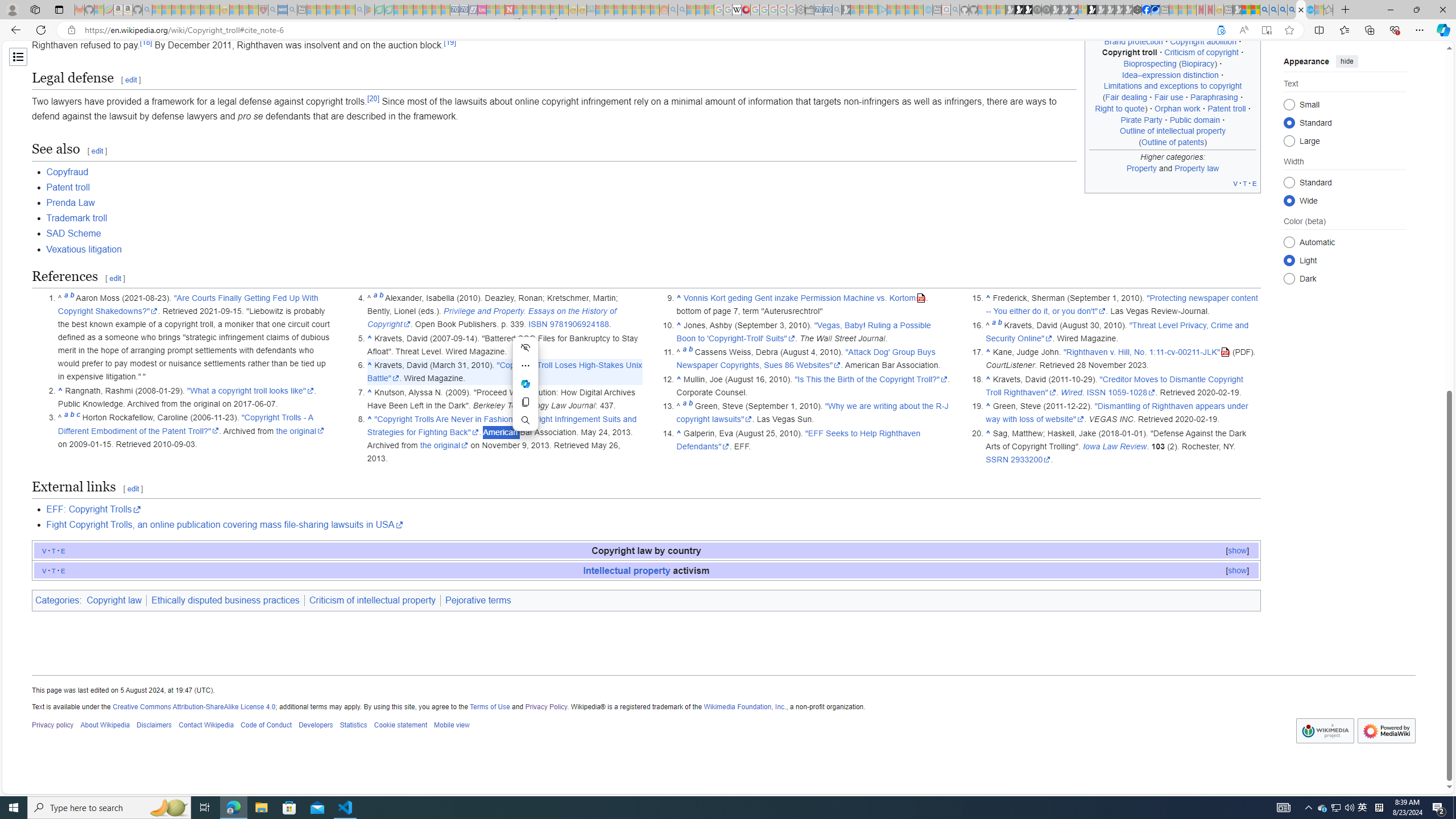 This screenshot has width=1456, height=819. I want to click on 'Copy', so click(526, 402).